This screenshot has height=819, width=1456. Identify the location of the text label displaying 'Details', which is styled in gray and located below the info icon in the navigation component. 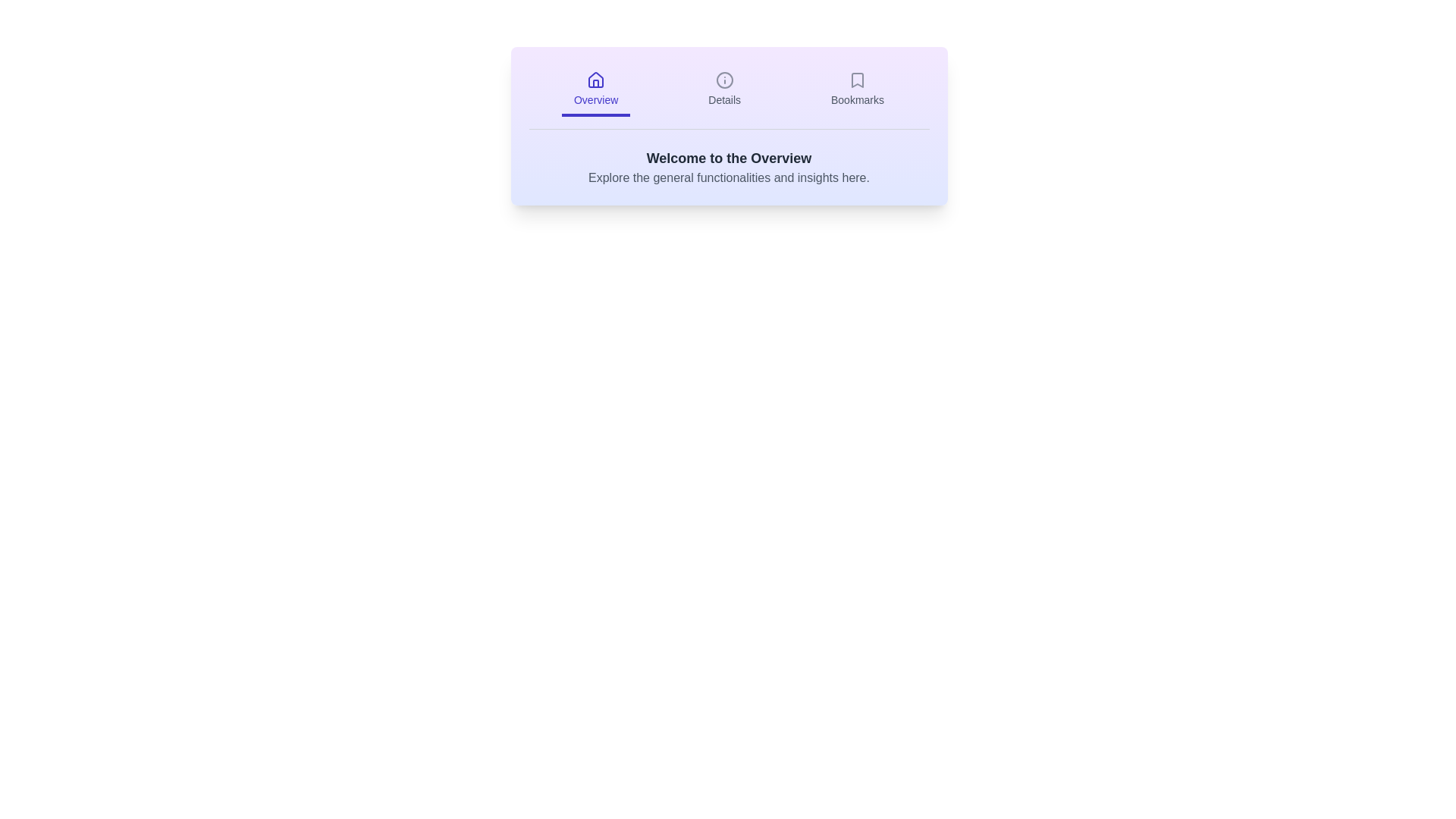
(723, 99).